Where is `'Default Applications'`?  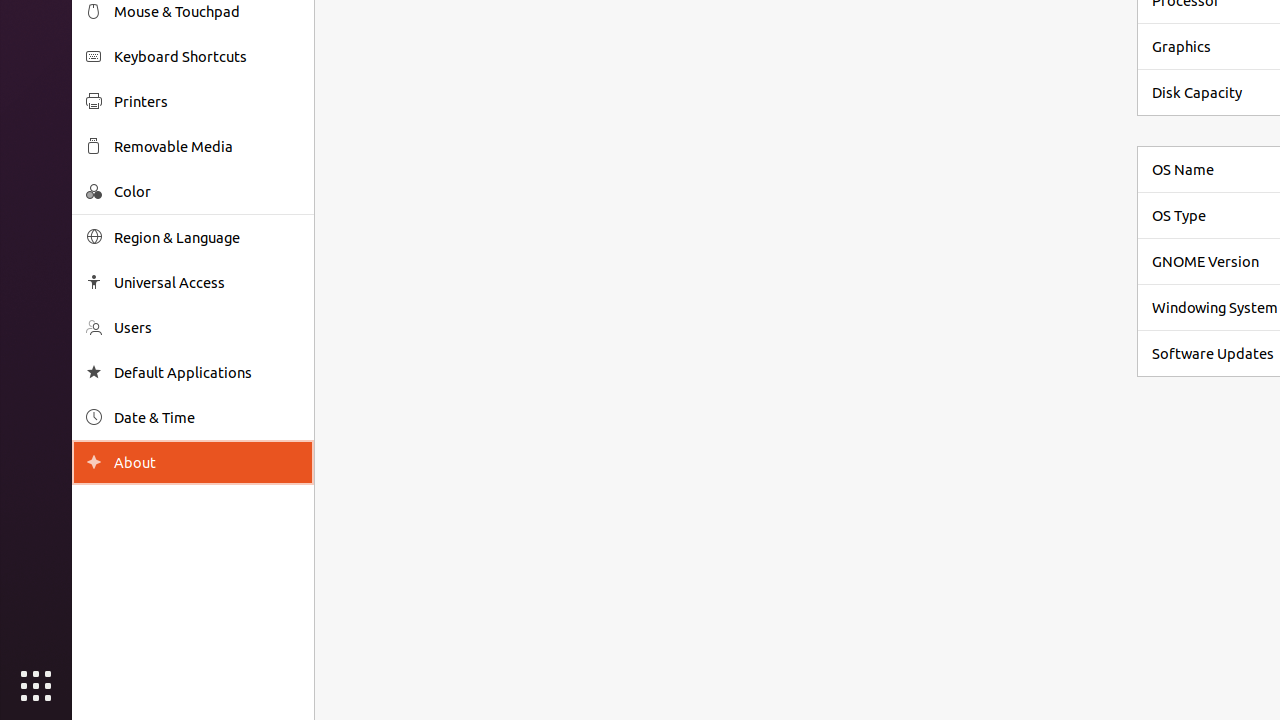 'Default Applications' is located at coordinates (206, 372).